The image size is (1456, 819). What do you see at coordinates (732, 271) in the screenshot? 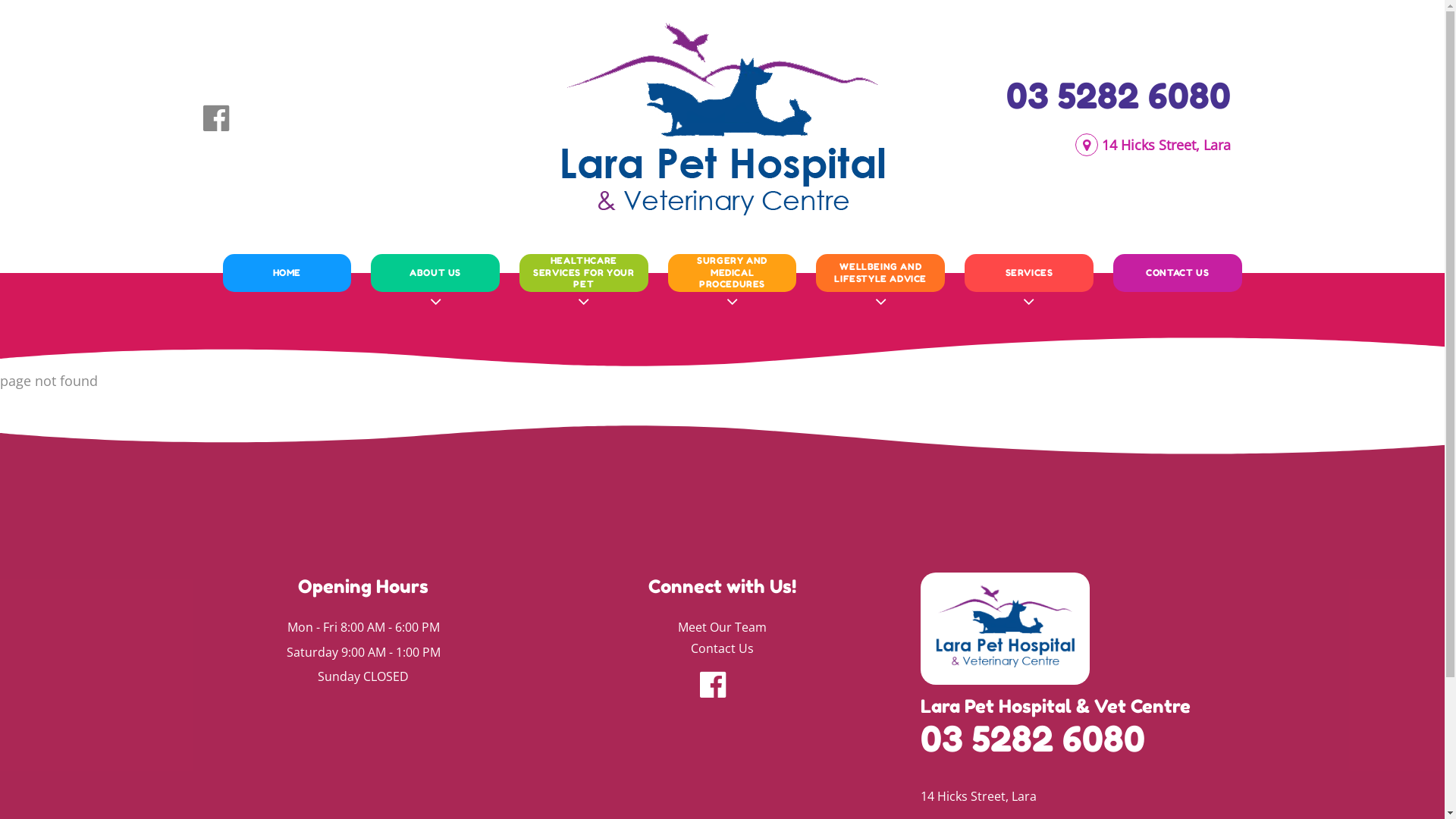
I see `'SURGERY AND MEDICAL PROCEDURES'` at bounding box center [732, 271].